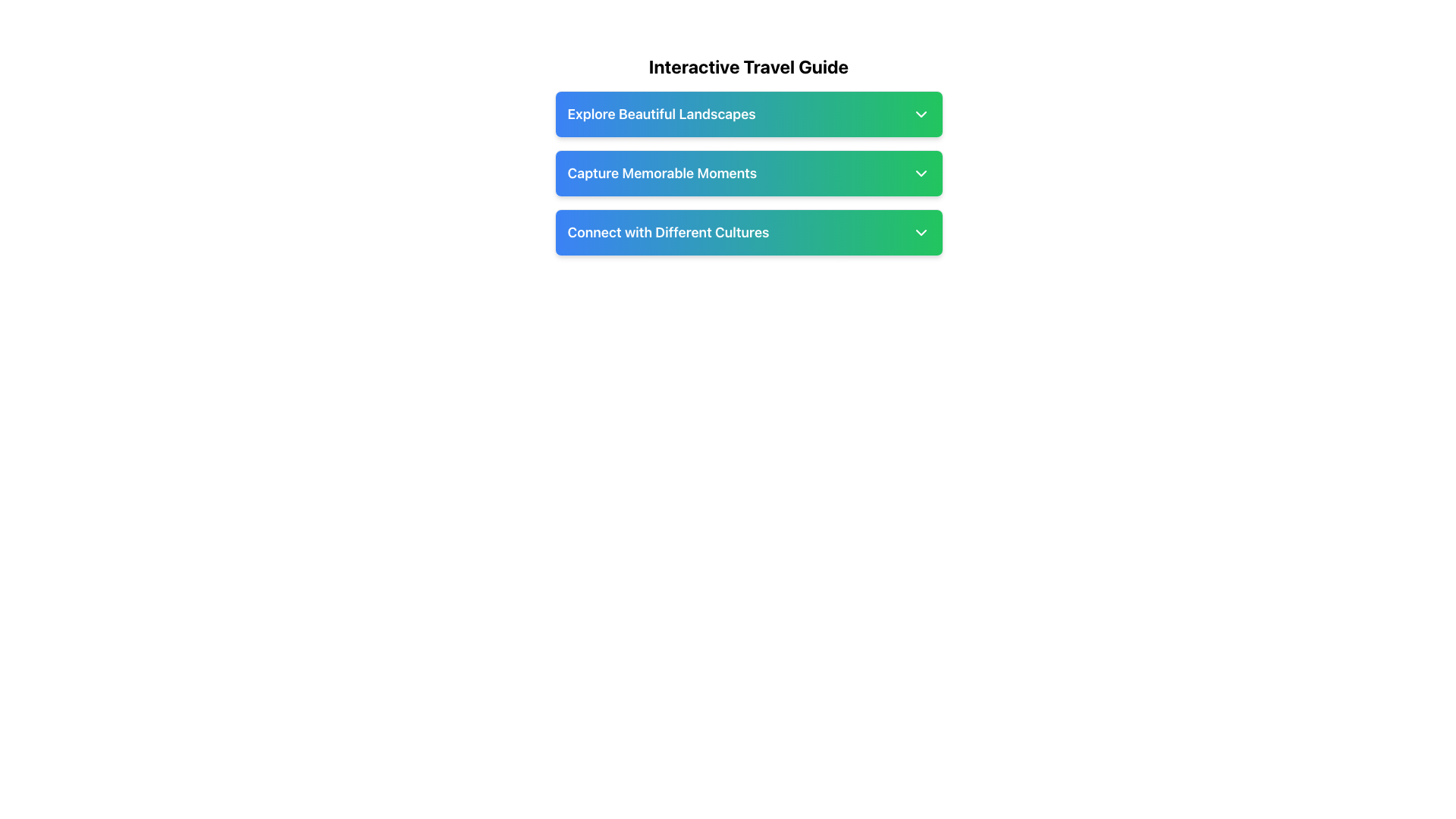  What do you see at coordinates (748, 113) in the screenshot?
I see `the button labeled 'Explore Beautiful Landscapes' which has a gradient background from blue to green and a downward chevron icon` at bounding box center [748, 113].